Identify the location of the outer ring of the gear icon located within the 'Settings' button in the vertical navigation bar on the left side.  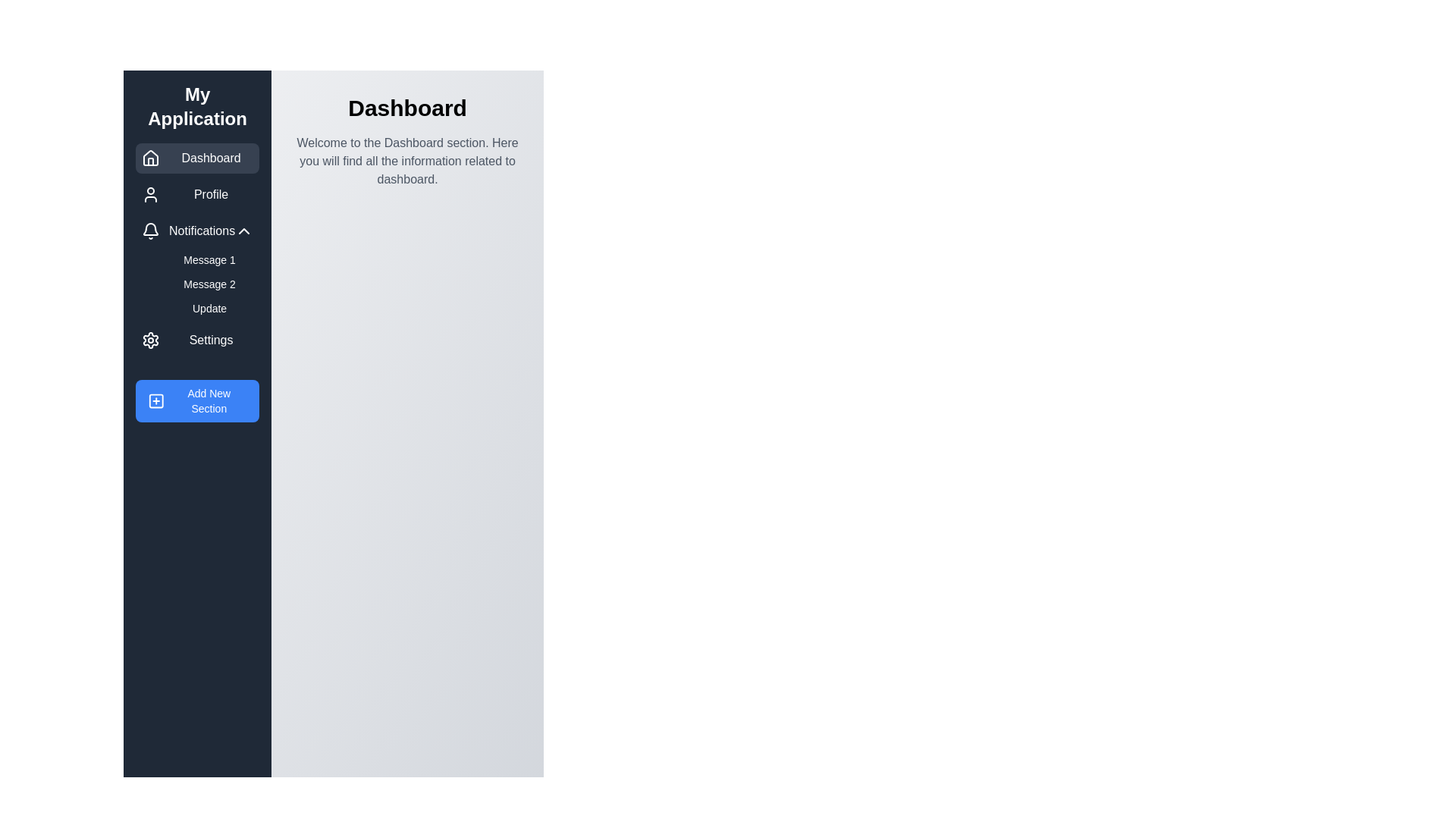
(150, 339).